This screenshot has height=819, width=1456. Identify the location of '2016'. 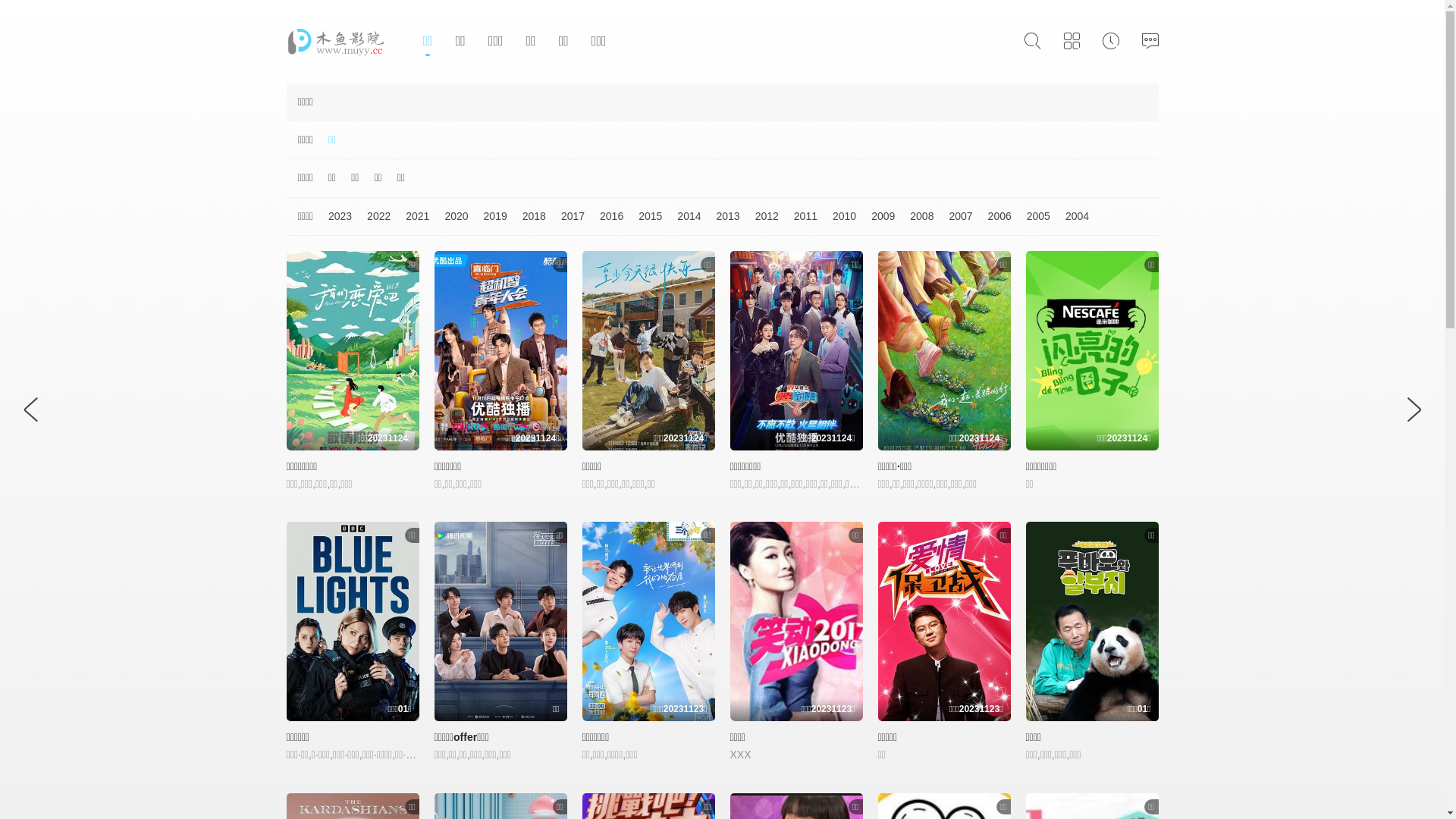
(603, 216).